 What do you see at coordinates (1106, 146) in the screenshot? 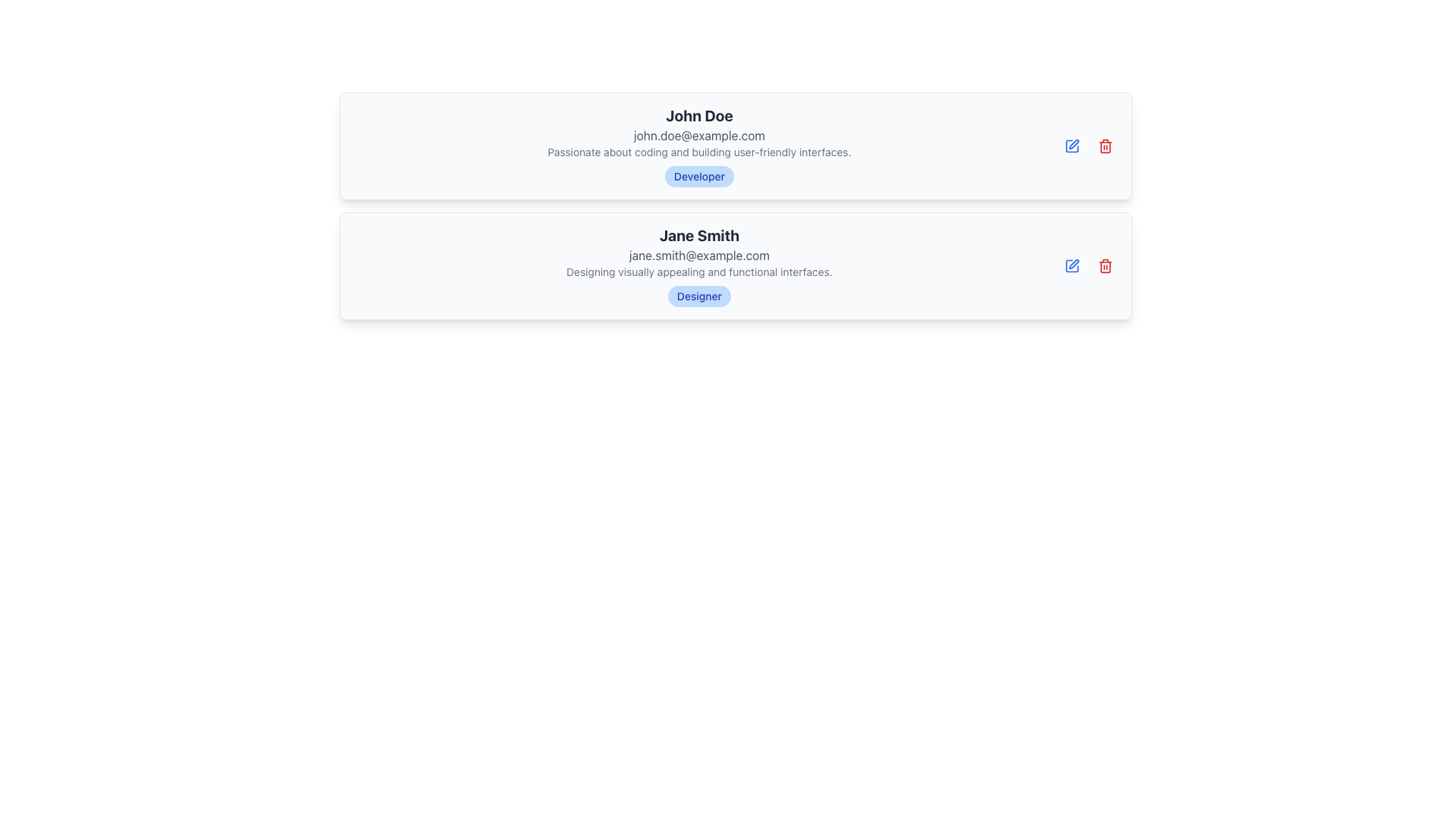
I see `the red outlined trash can icon button located in the top right section of the interface to initiate a delete action` at bounding box center [1106, 146].